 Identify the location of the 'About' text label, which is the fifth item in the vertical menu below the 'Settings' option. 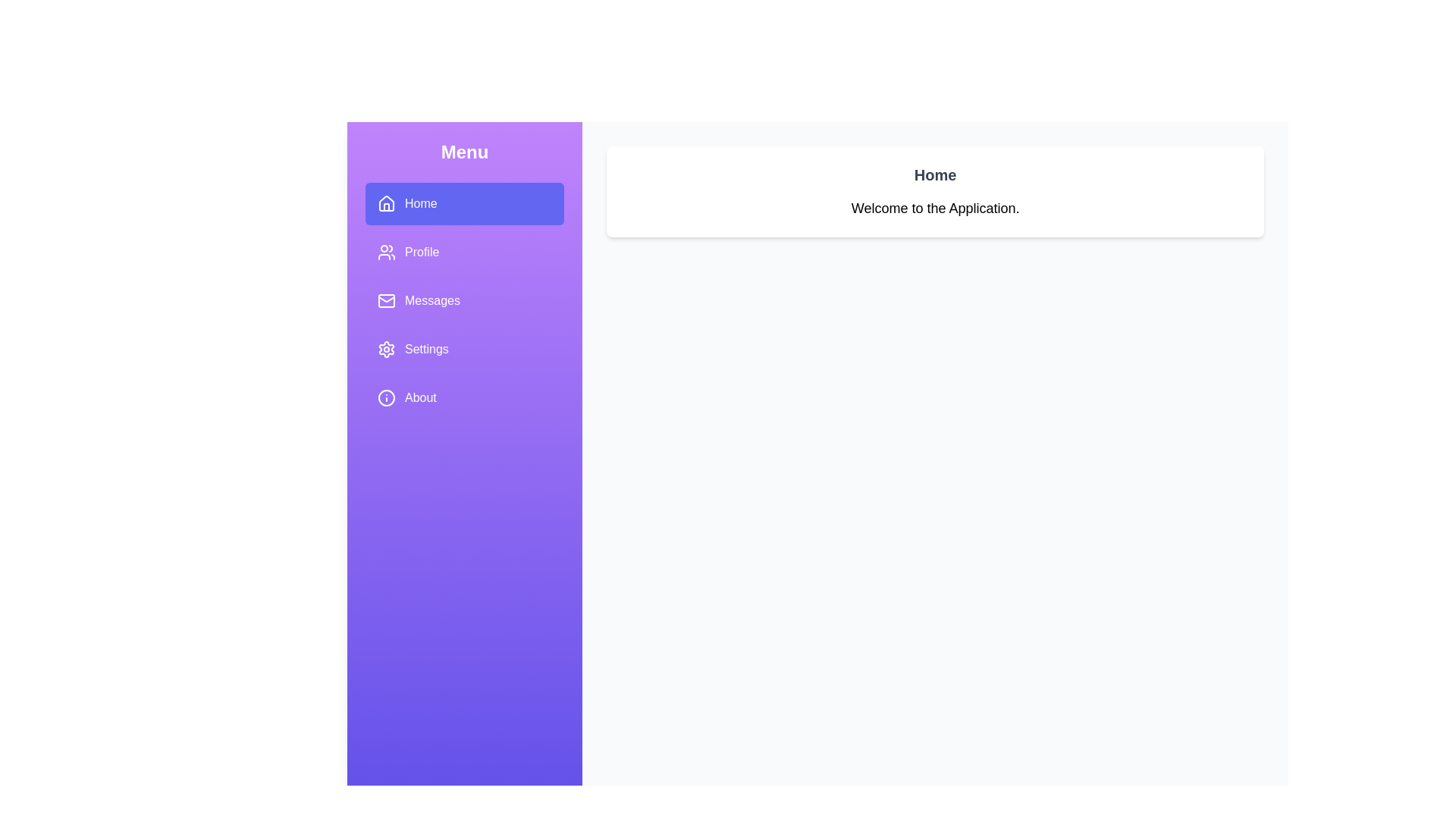
(420, 397).